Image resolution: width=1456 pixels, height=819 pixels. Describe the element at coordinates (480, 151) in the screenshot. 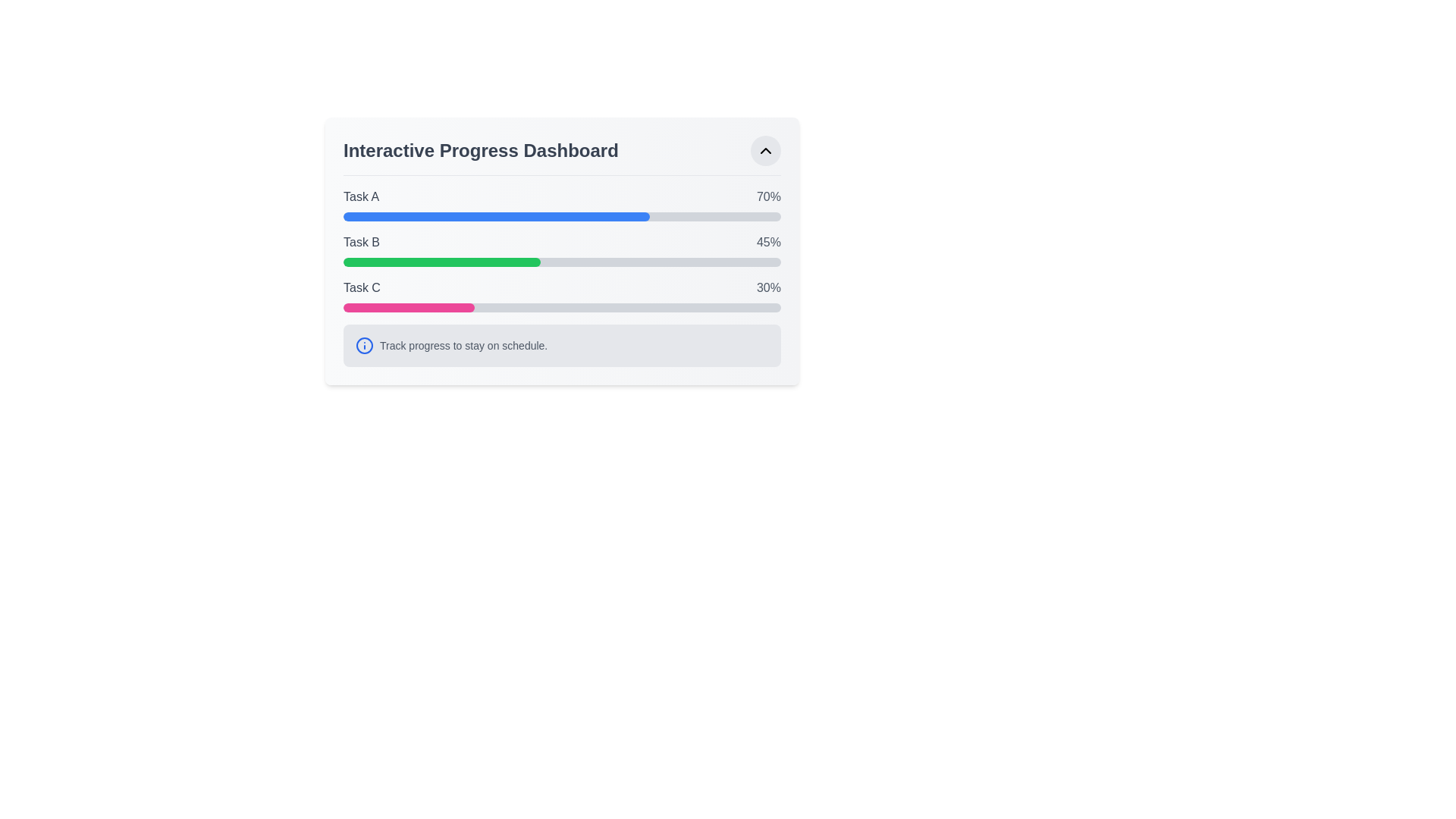

I see `the 'Interactive Progress Dashboard' text label` at that location.